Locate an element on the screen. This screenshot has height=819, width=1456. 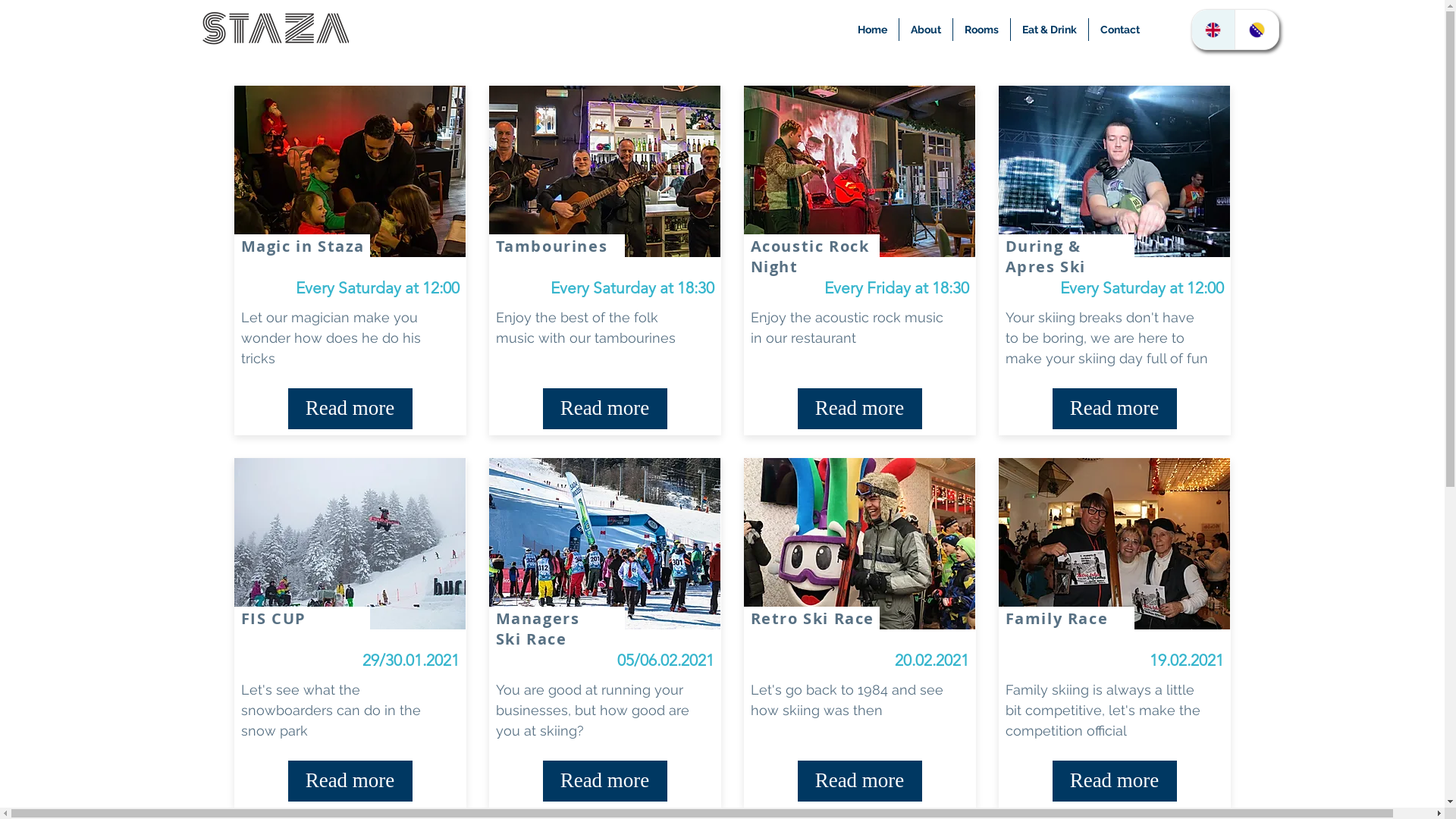
'Home' is located at coordinates (872, 29).